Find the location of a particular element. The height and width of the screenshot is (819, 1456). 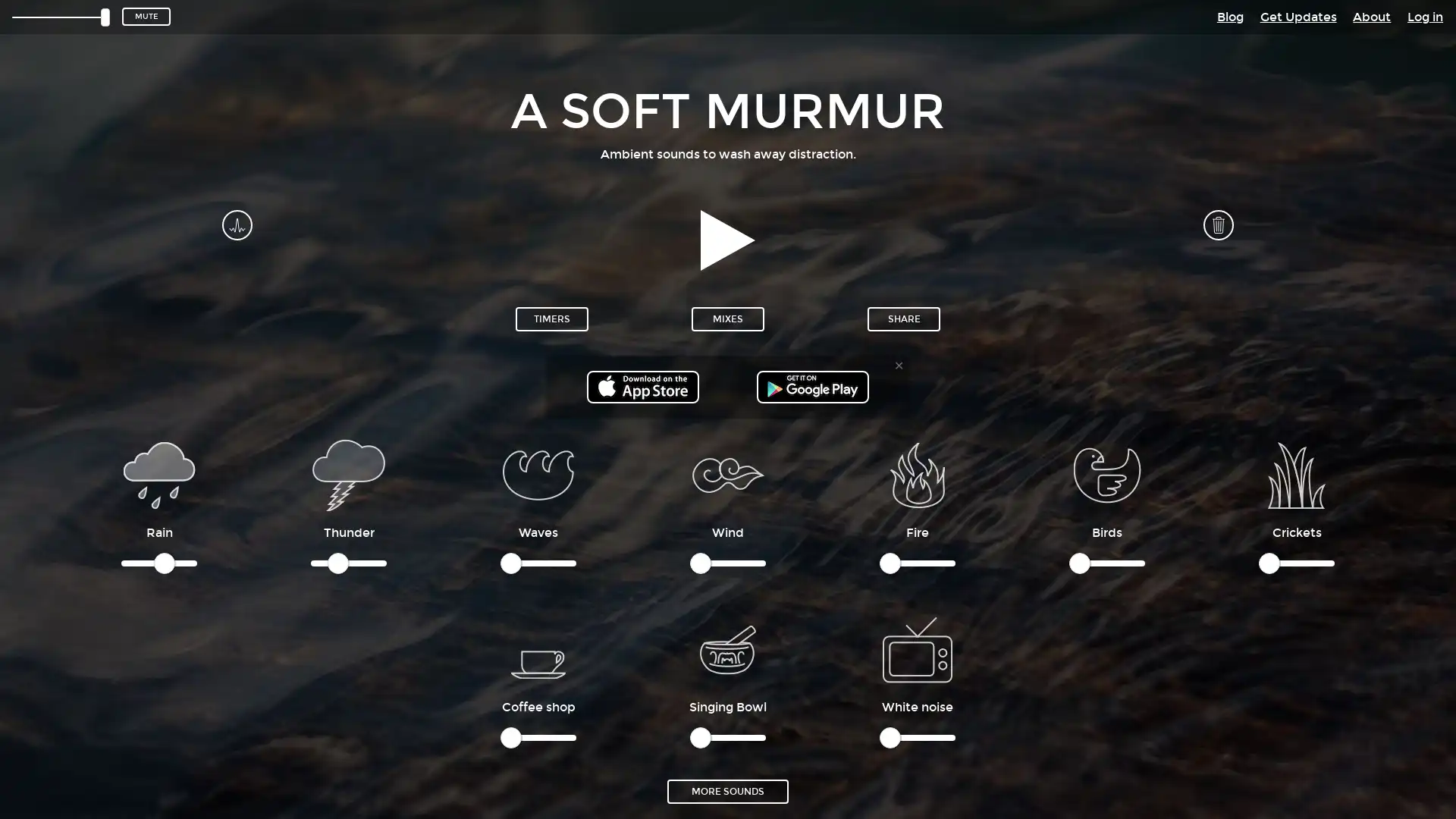

TIMERS is located at coordinates (551, 318).